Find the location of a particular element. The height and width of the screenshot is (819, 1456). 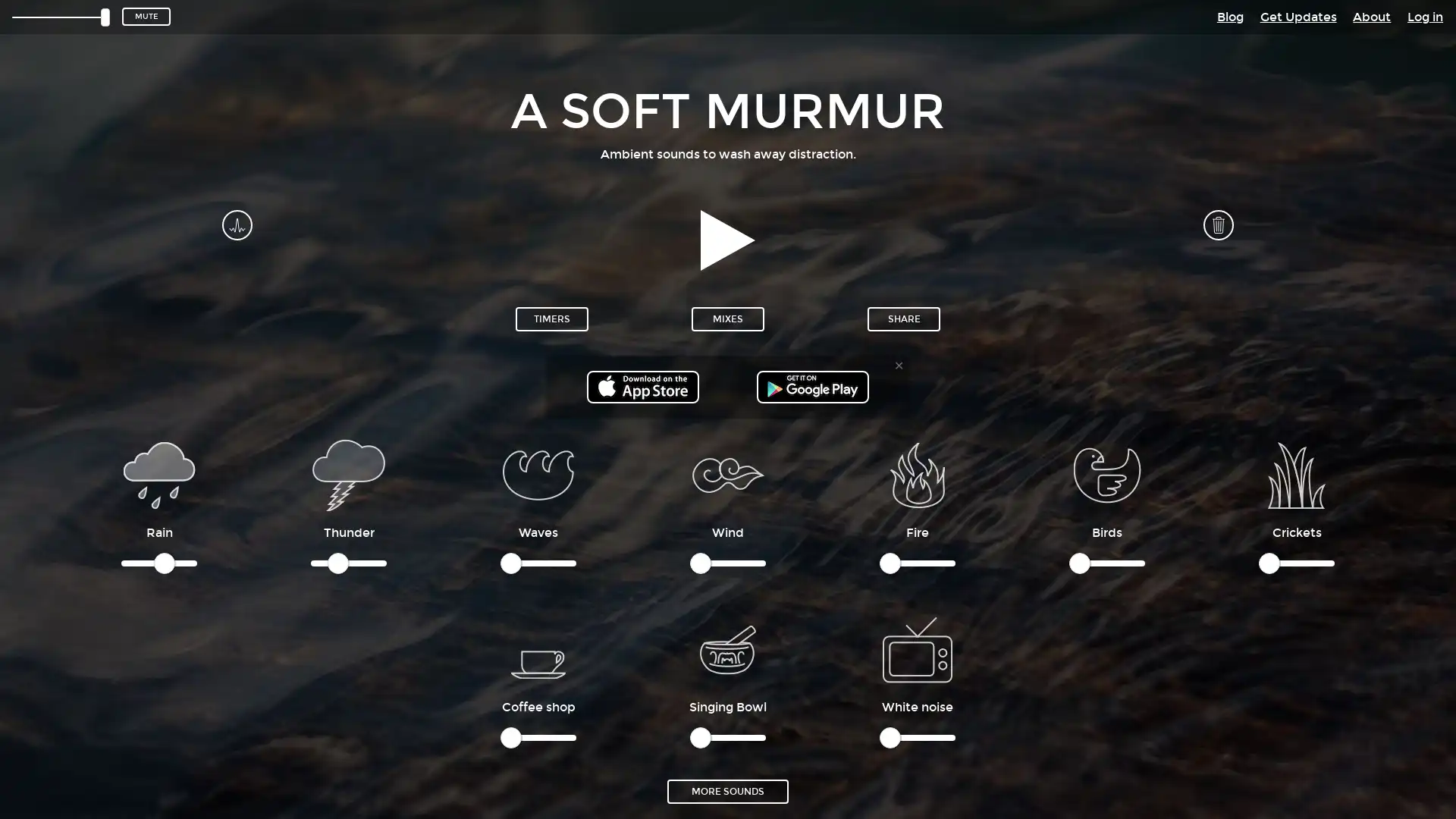

TIMERS is located at coordinates (551, 318).